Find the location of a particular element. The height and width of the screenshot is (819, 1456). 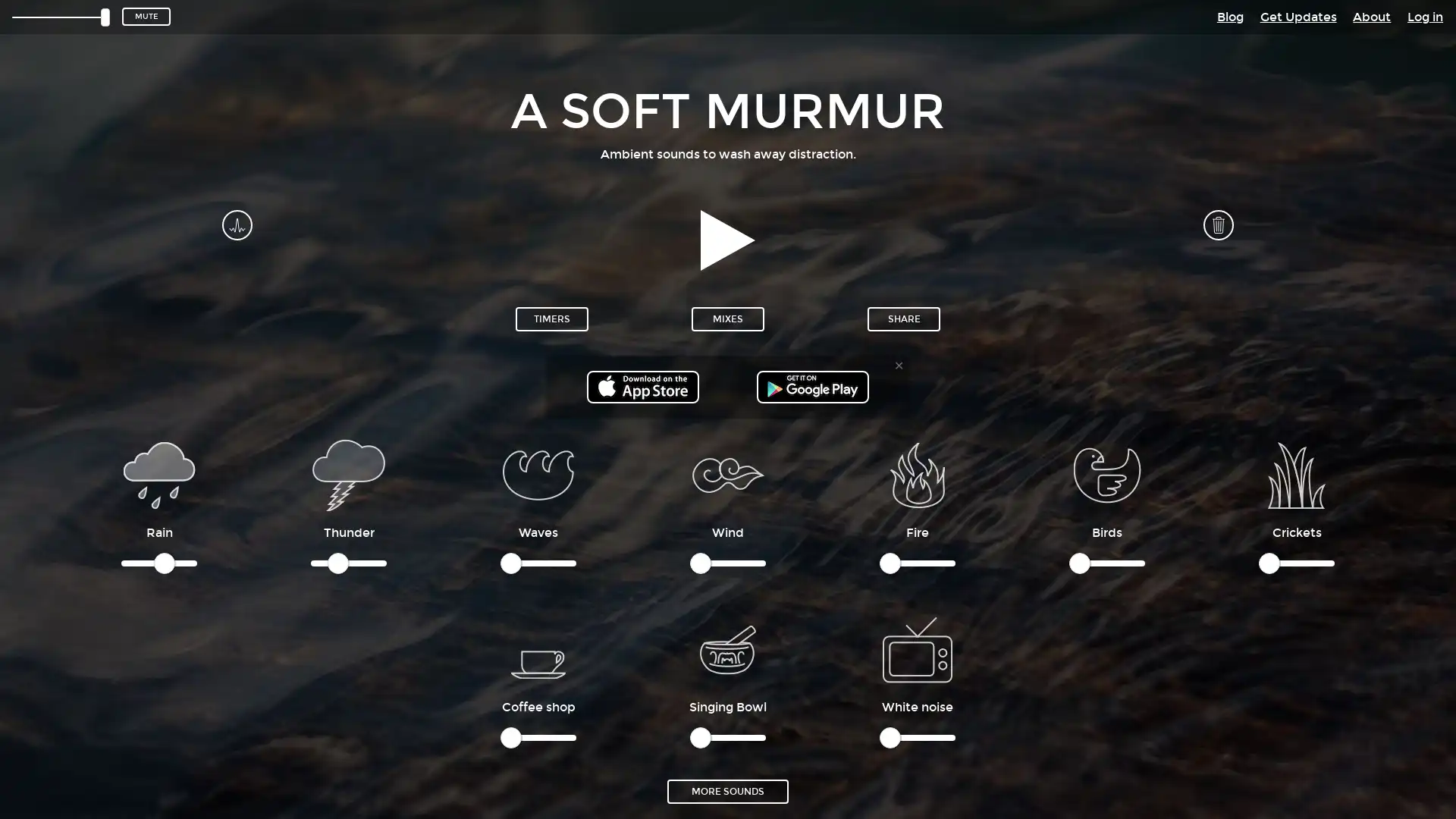

TIMERS is located at coordinates (551, 318).